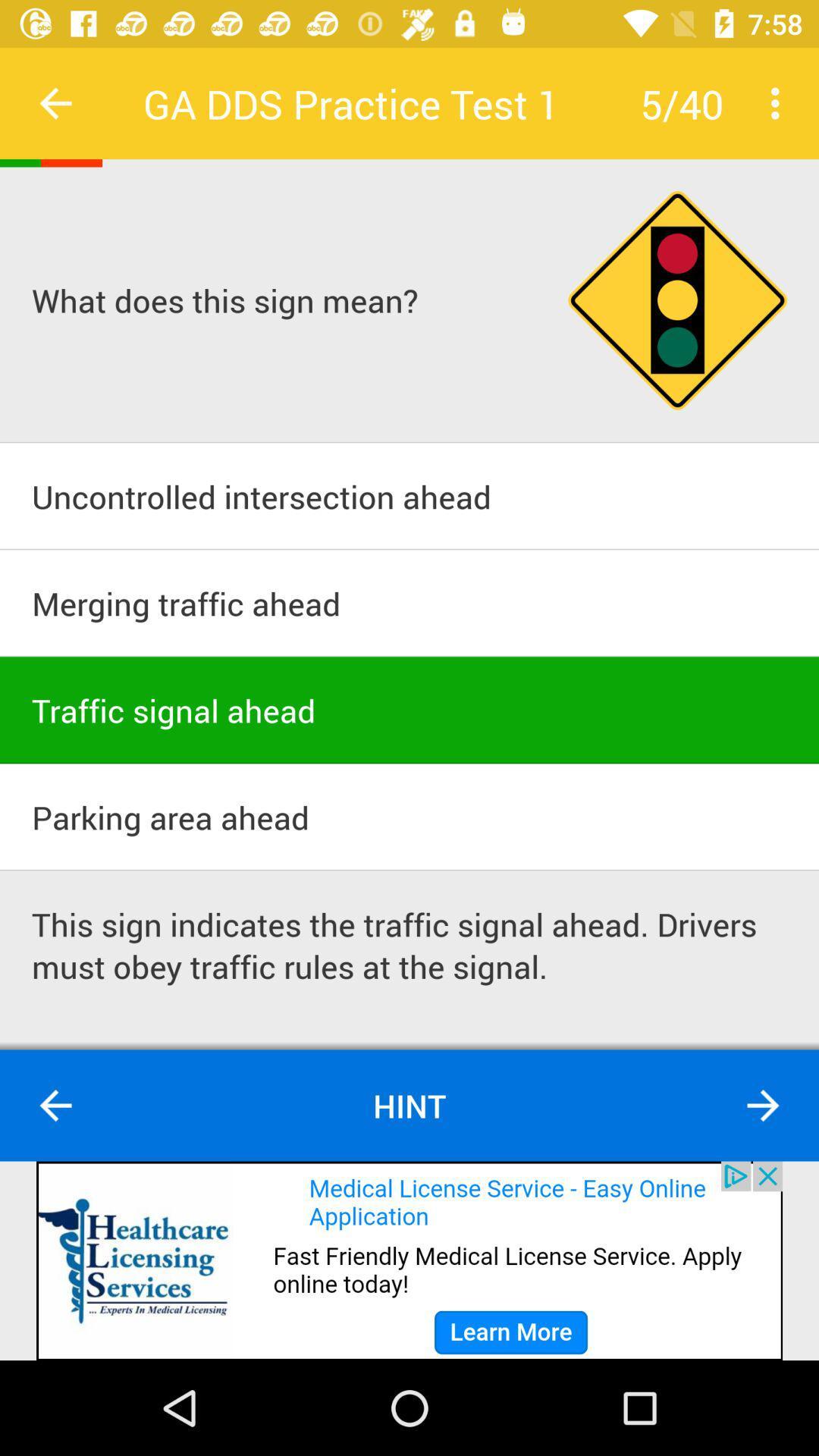 This screenshot has height=1456, width=819. I want to click on traffic symbol sign, so click(676, 300).